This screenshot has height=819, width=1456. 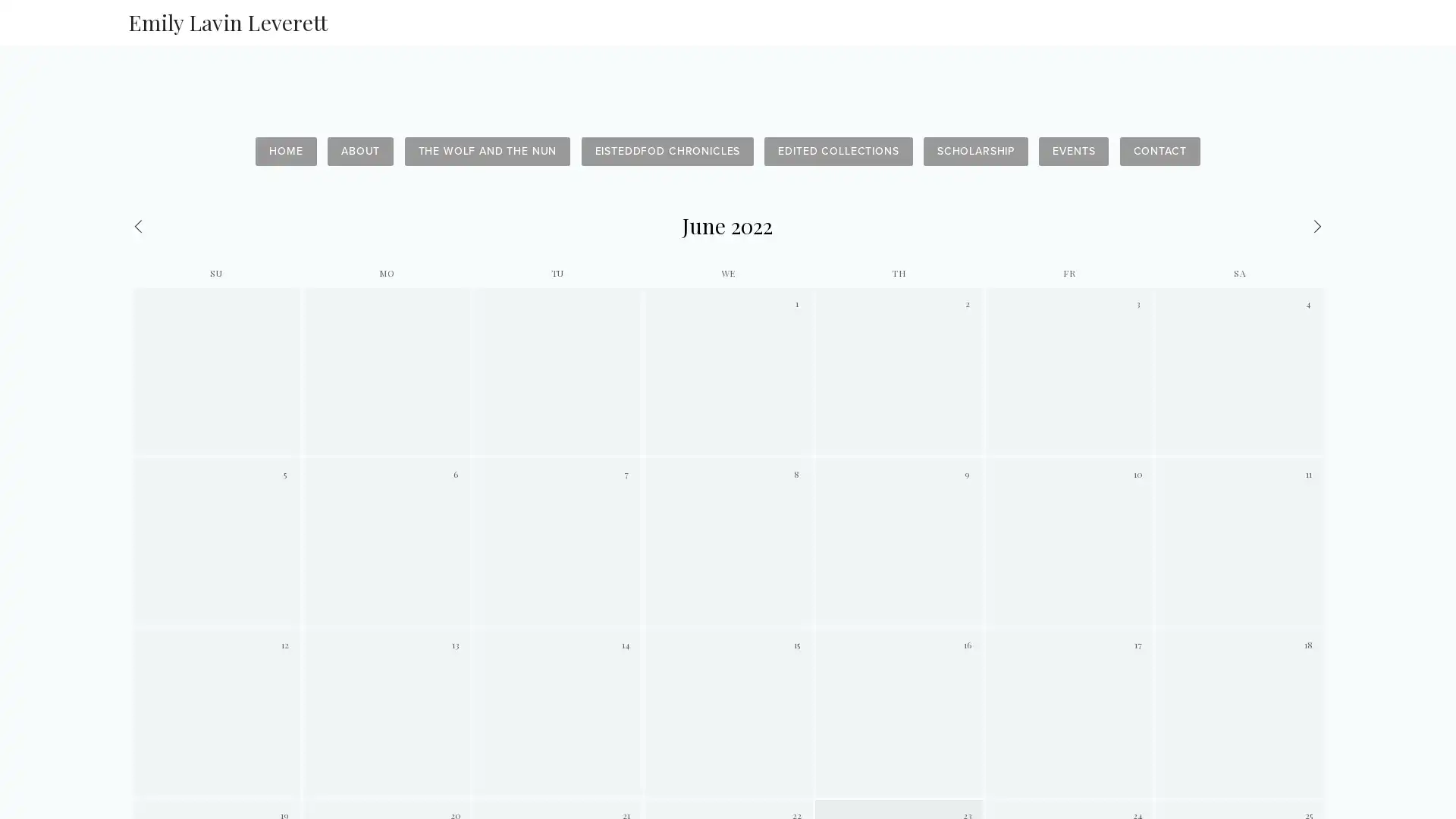 What do you see at coordinates (212, 225) in the screenshot?
I see `Go to previous month` at bounding box center [212, 225].